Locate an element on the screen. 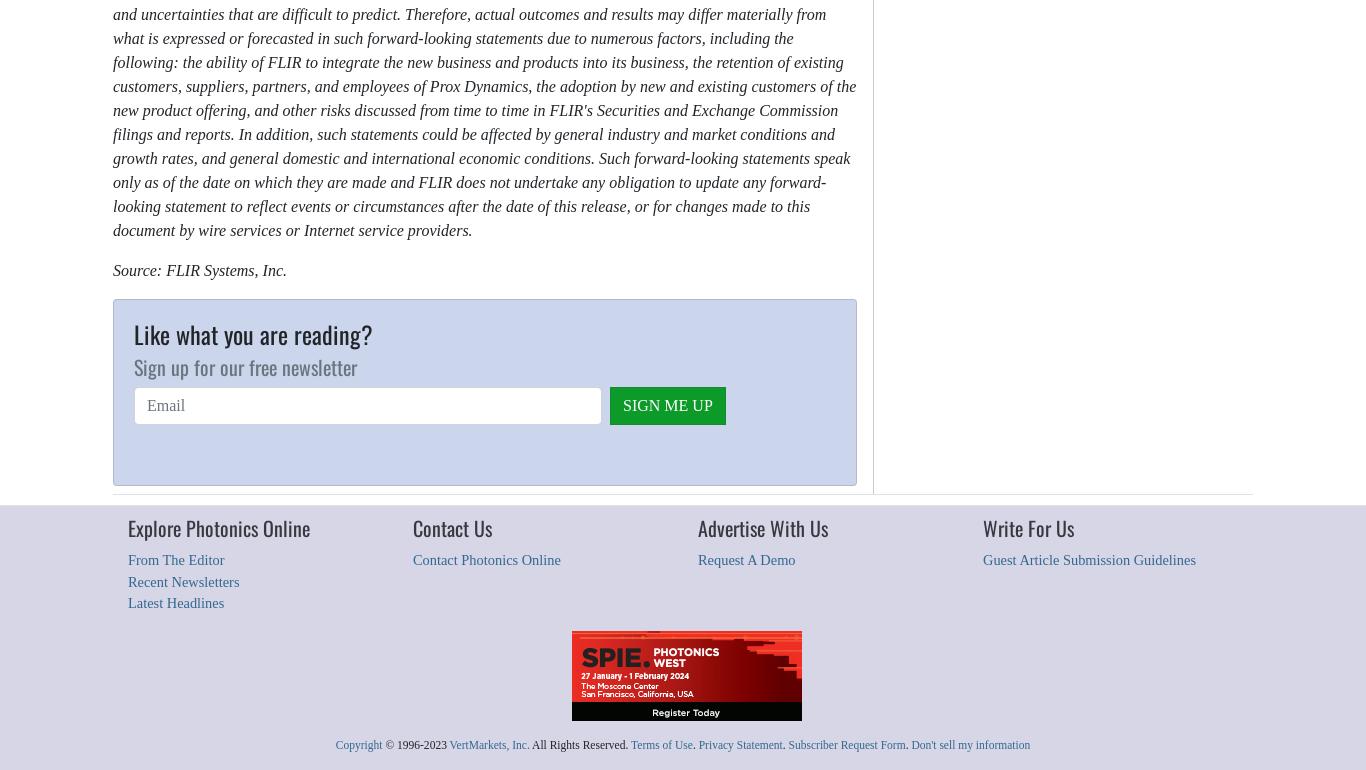  'Privacy Statement' is located at coordinates (739, 742).